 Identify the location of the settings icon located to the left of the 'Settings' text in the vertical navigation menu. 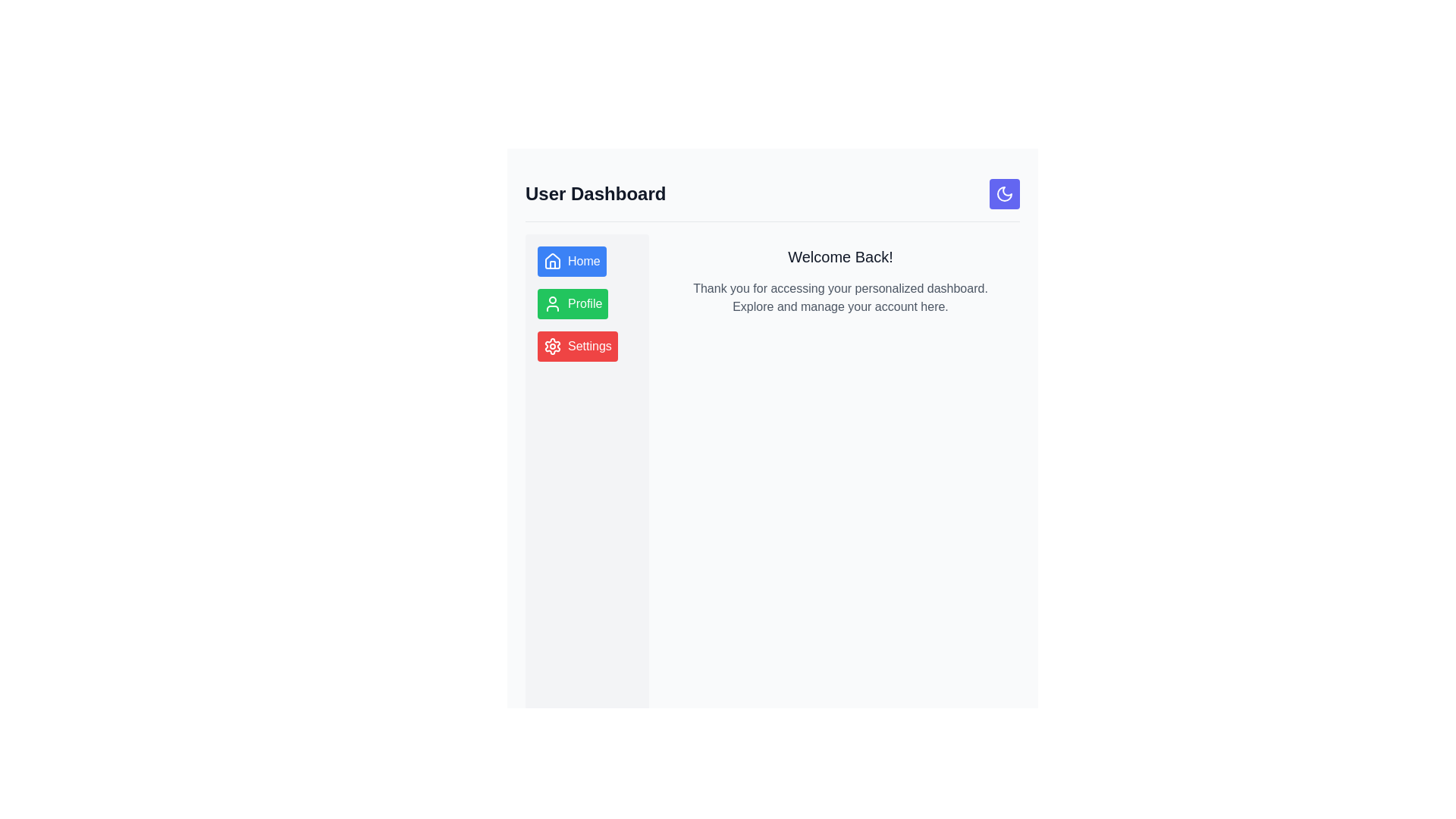
(552, 346).